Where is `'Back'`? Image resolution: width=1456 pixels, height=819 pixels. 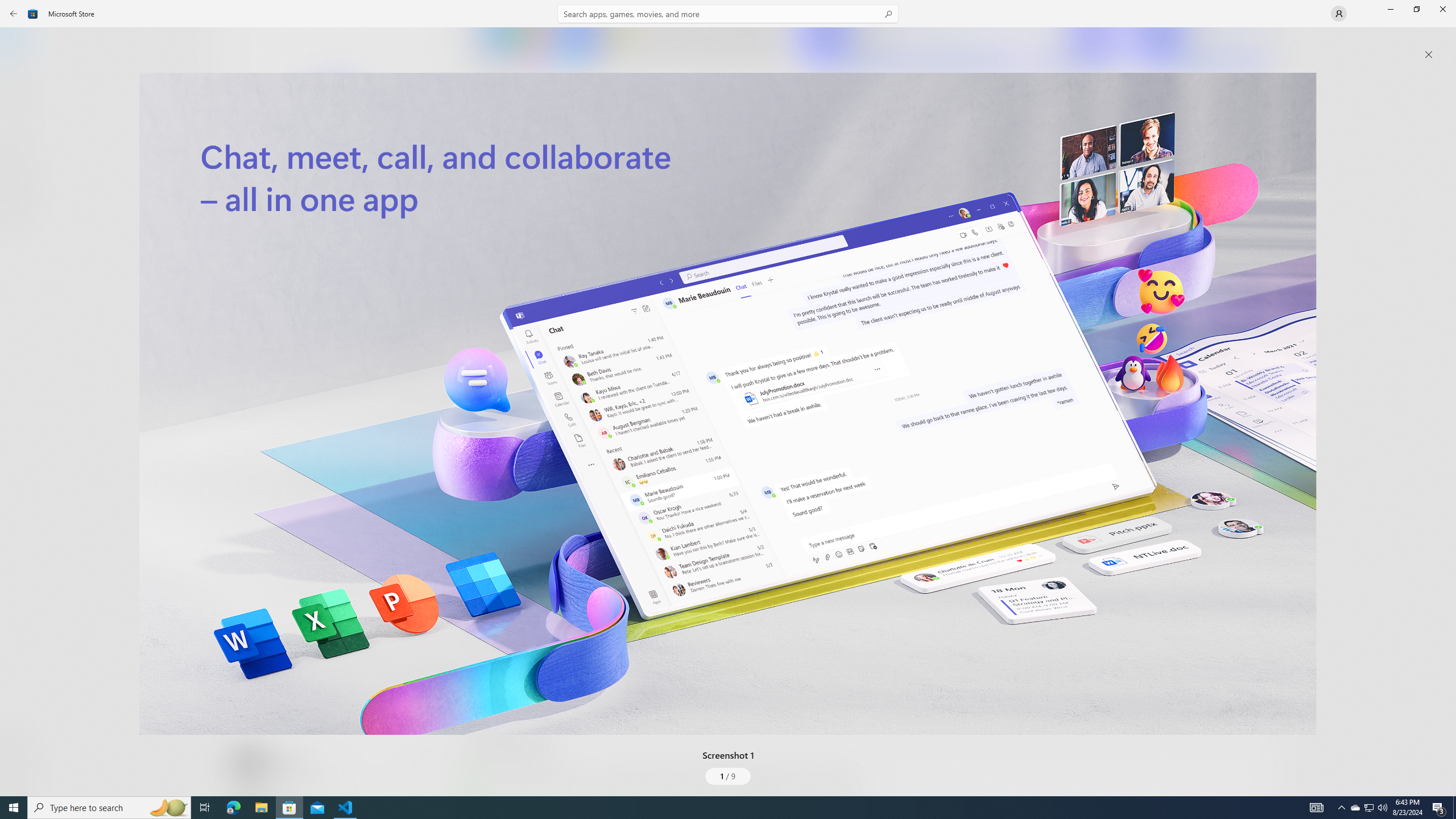 'Back' is located at coordinates (14, 13).